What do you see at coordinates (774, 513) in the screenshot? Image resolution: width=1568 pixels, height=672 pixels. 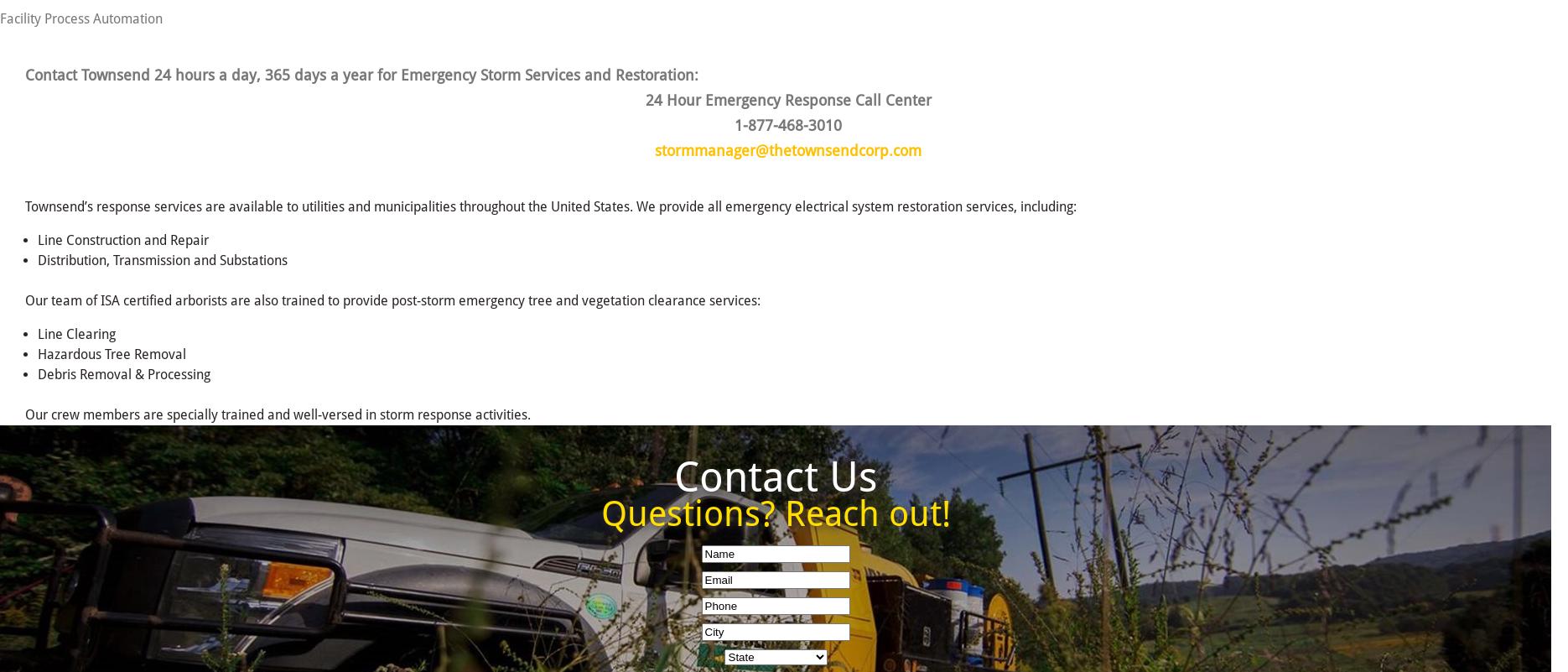 I see `'Questions? Reach out!'` at bounding box center [774, 513].